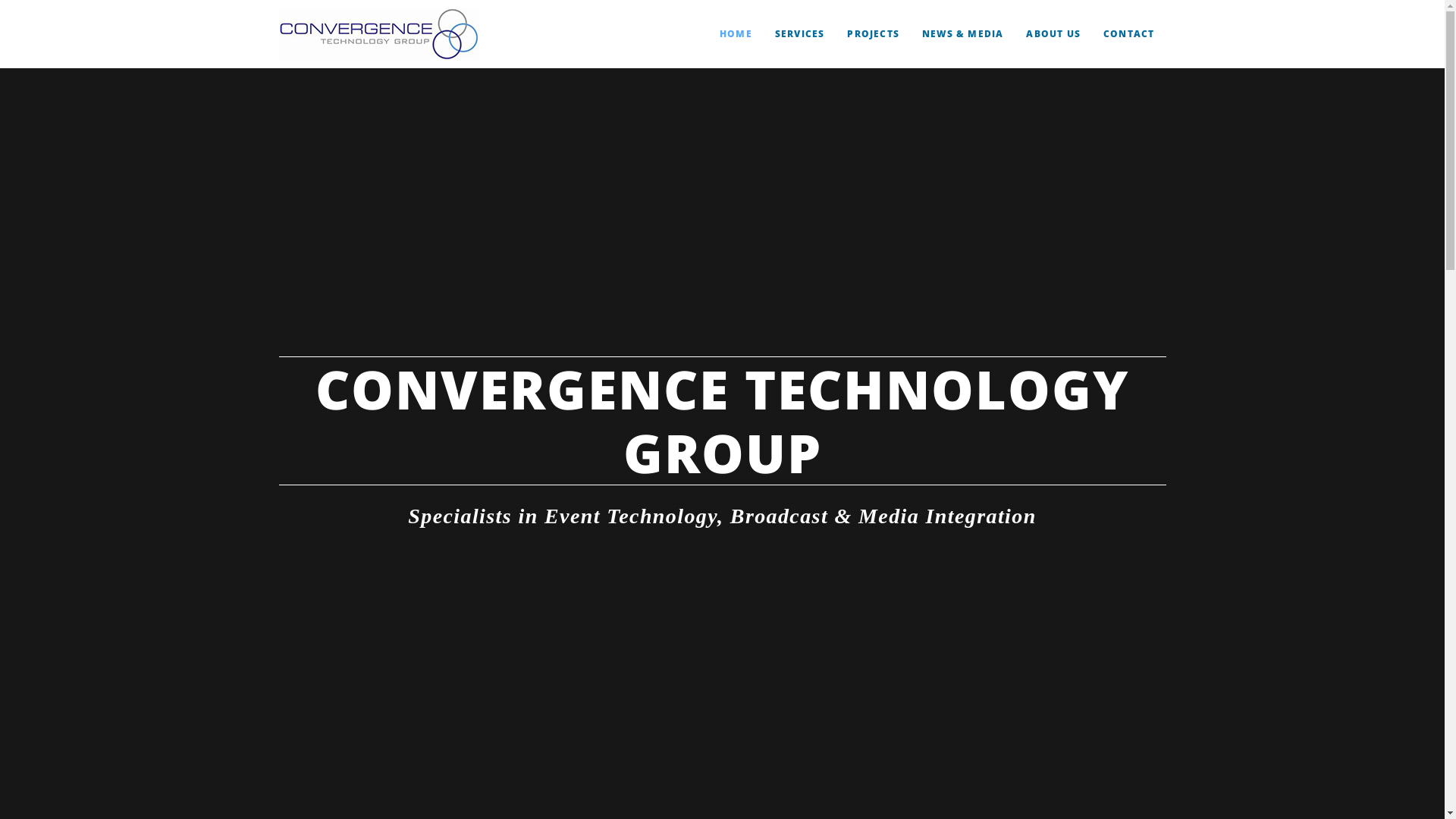 The image size is (1456, 819). What do you see at coordinates (736, 34) in the screenshot?
I see `'HOME'` at bounding box center [736, 34].